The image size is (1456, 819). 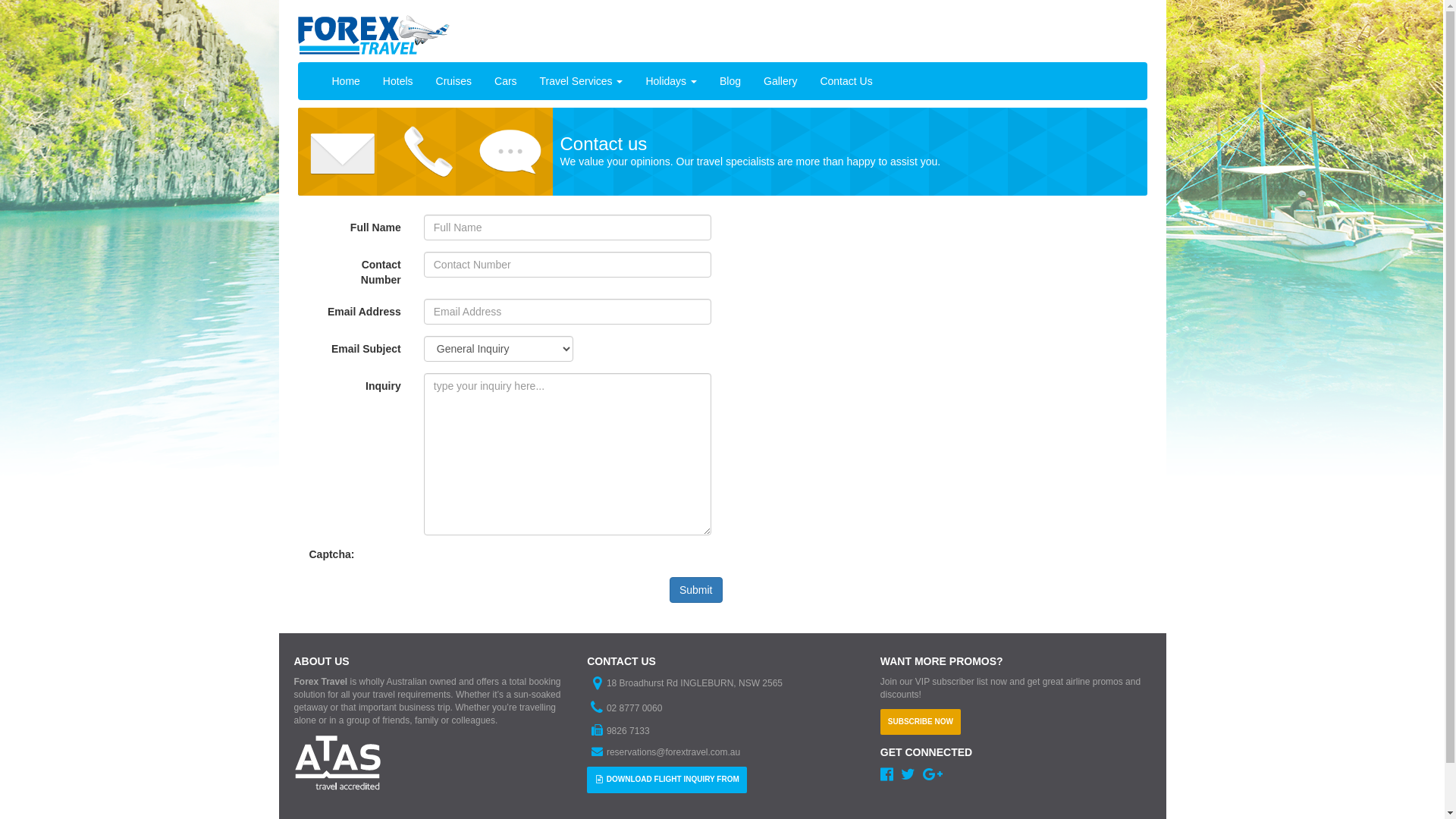 I want to click on 'Contact Us', so click(x=845, y=81).